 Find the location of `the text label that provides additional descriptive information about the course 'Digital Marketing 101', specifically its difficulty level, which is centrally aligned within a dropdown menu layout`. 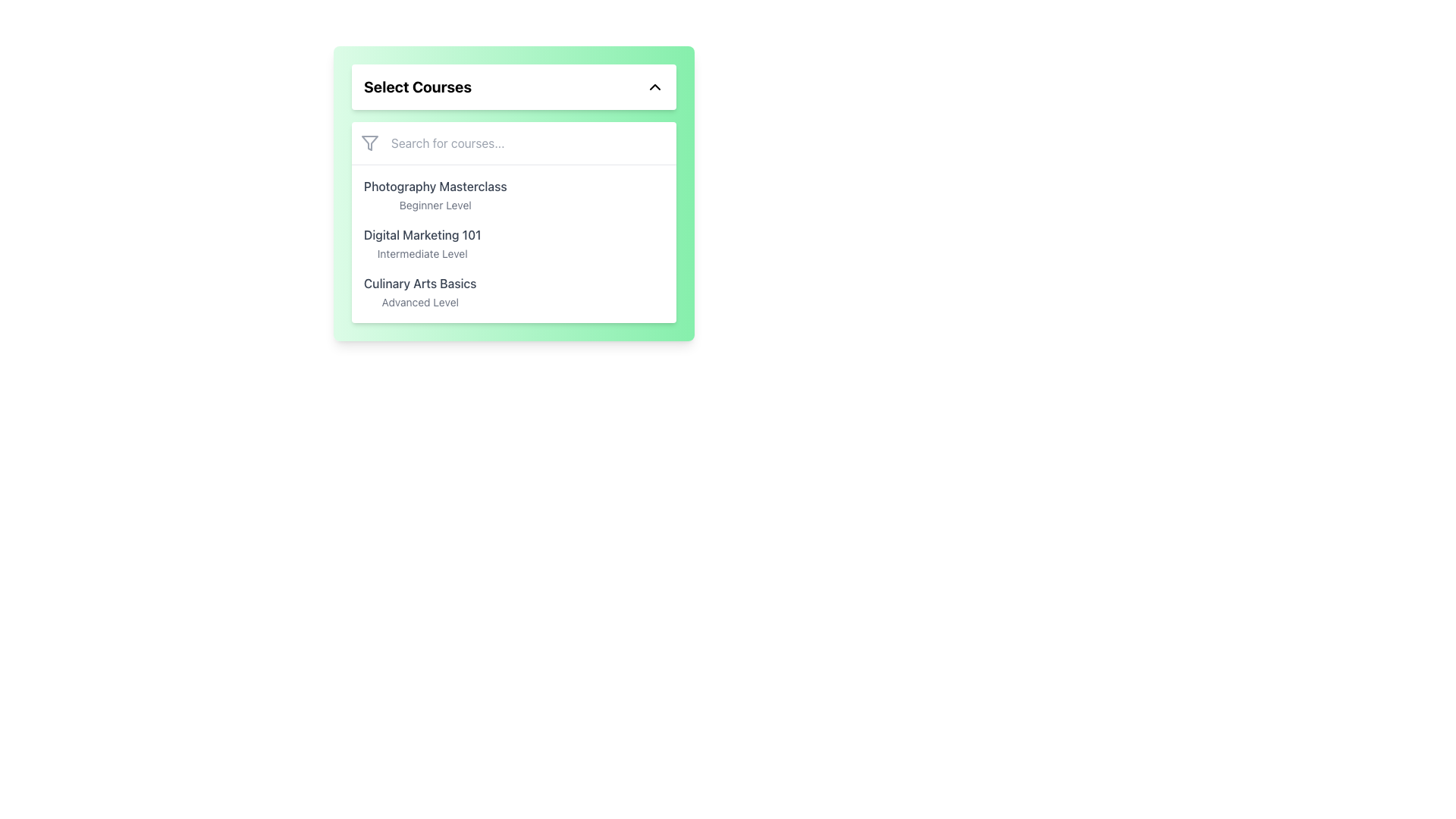

the text label that provides additional descriptive information about the course 'Digital Marketing 101', specifically its difficulty level, which is centrally aligned within a dropdown menu layout is located at coordinates (422, 253).